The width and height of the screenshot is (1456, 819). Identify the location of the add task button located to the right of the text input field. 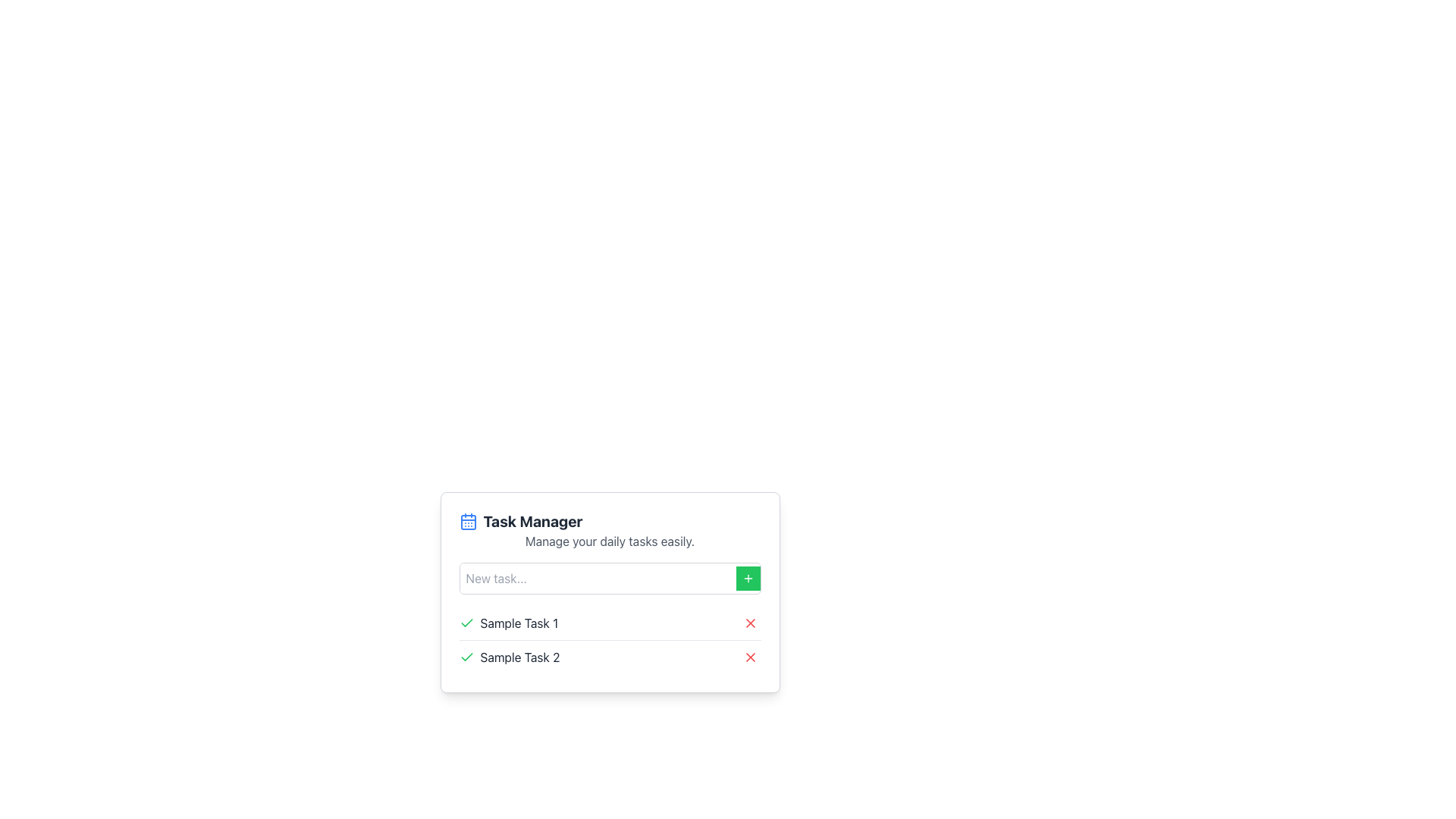
(748, 579).